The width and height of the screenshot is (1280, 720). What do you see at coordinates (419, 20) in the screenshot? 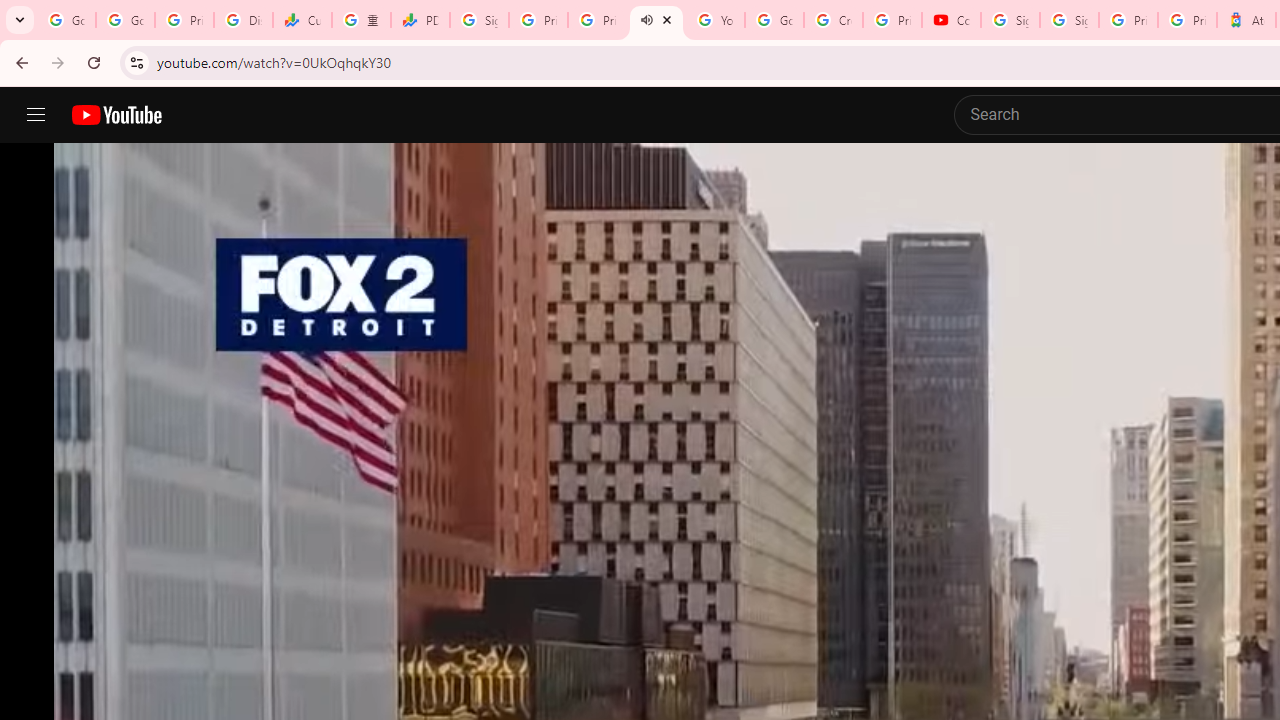
I see `'PDD Holdings Inc - ADR (PDD) Price & News - Google Finance'` at bounding box center [419, 20].